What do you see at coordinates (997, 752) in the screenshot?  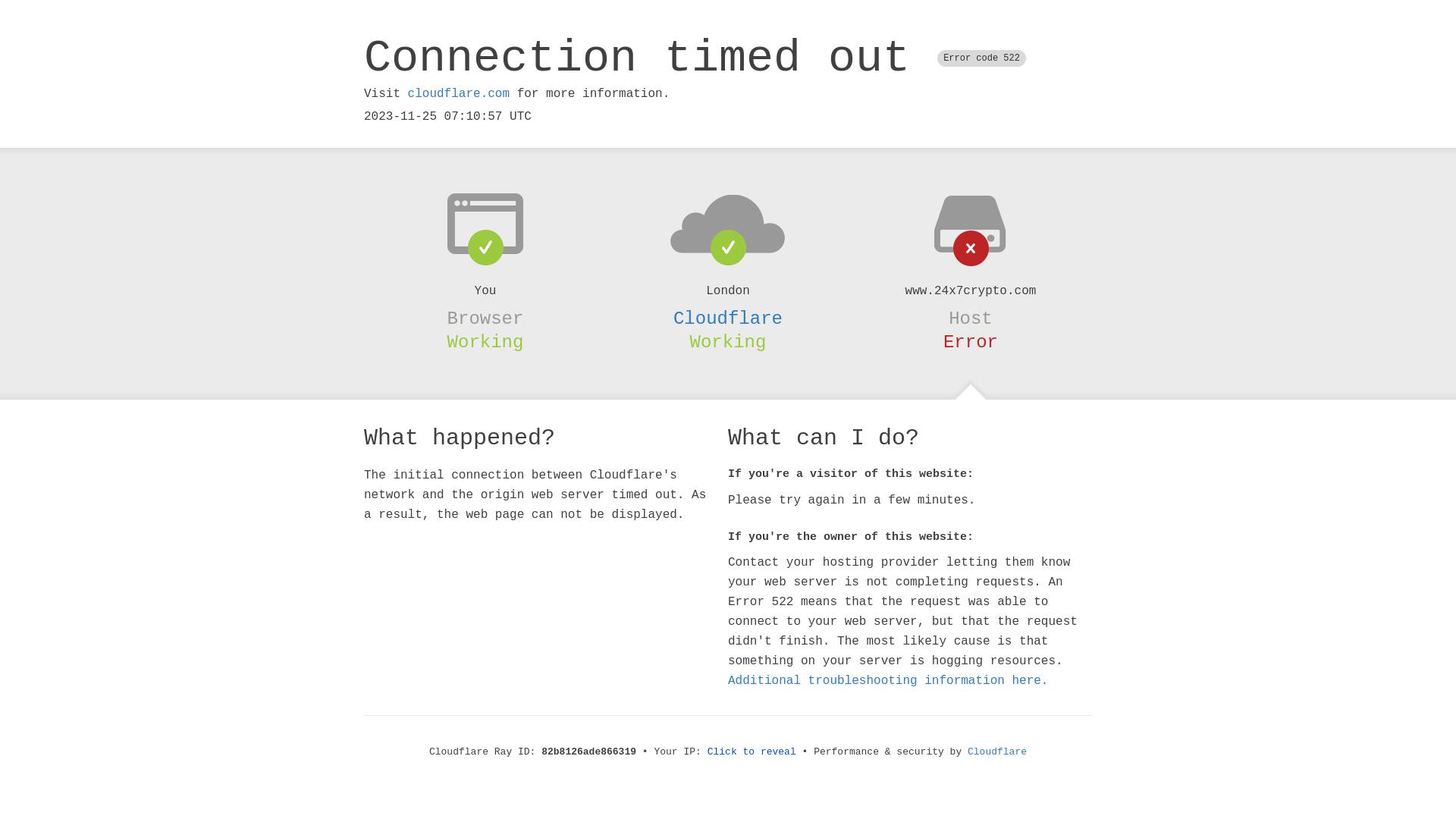 I see `'Cloudflare'` at bounding box center [997, 752].